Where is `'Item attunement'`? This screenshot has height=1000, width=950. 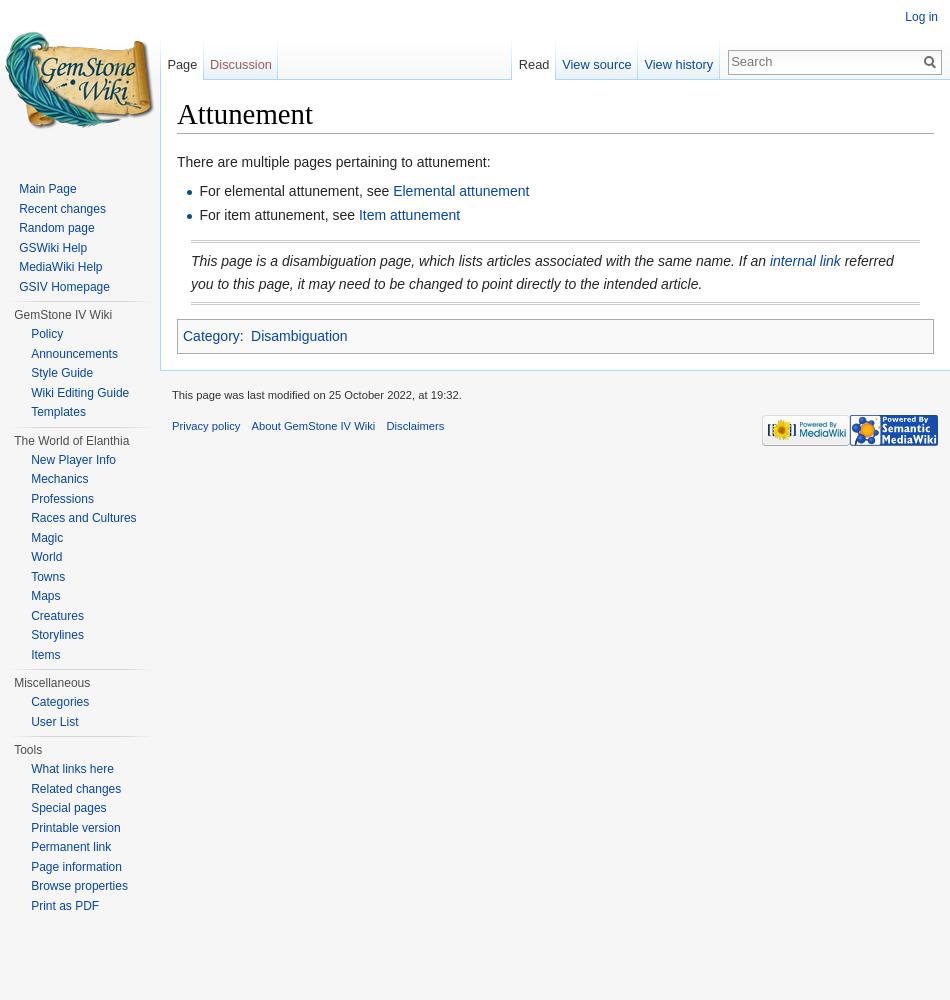
'Item attunement' is located at coordinates (407, 214).